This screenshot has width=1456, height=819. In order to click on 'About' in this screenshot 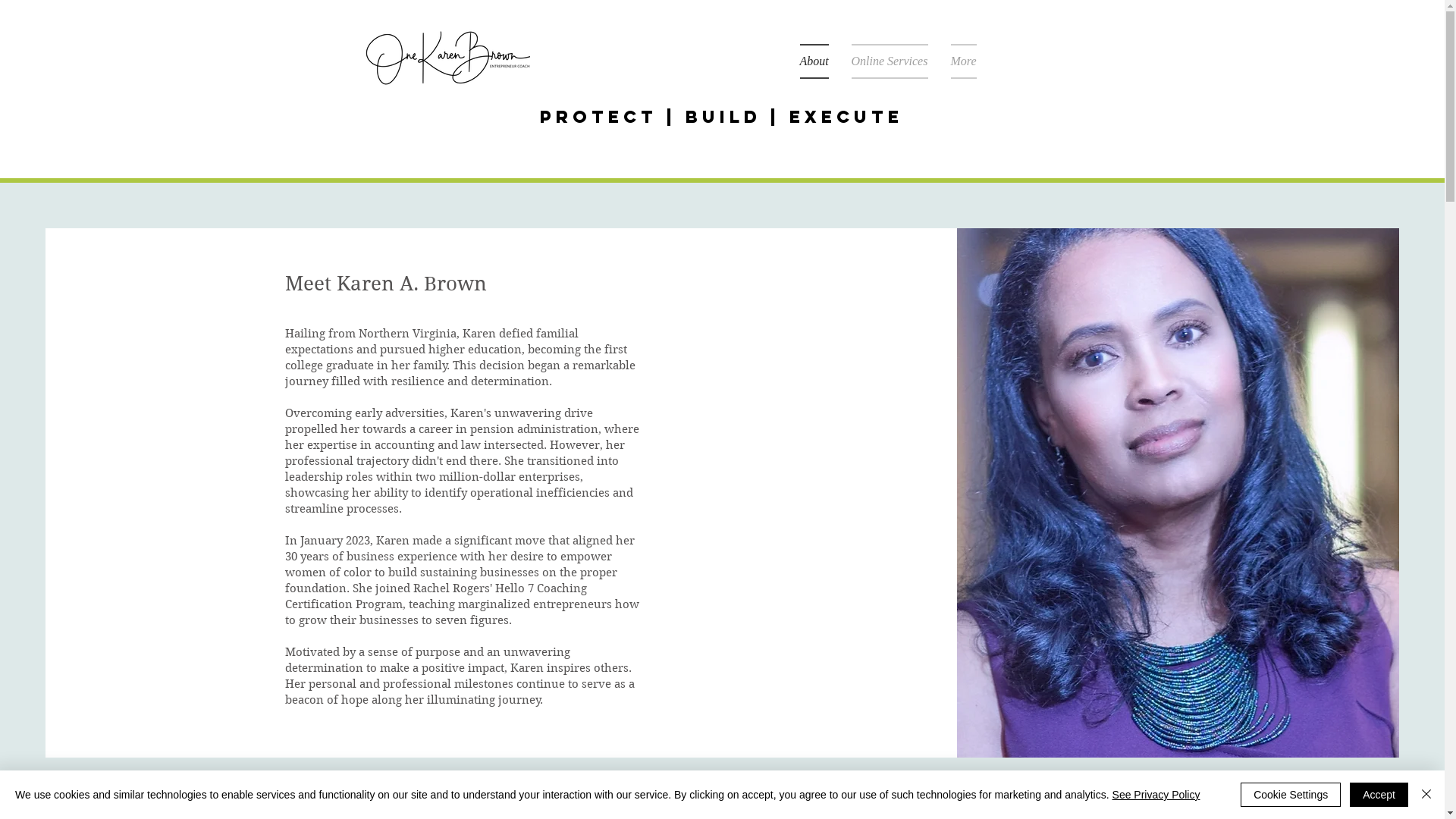, I will do `click(818, 61)`.